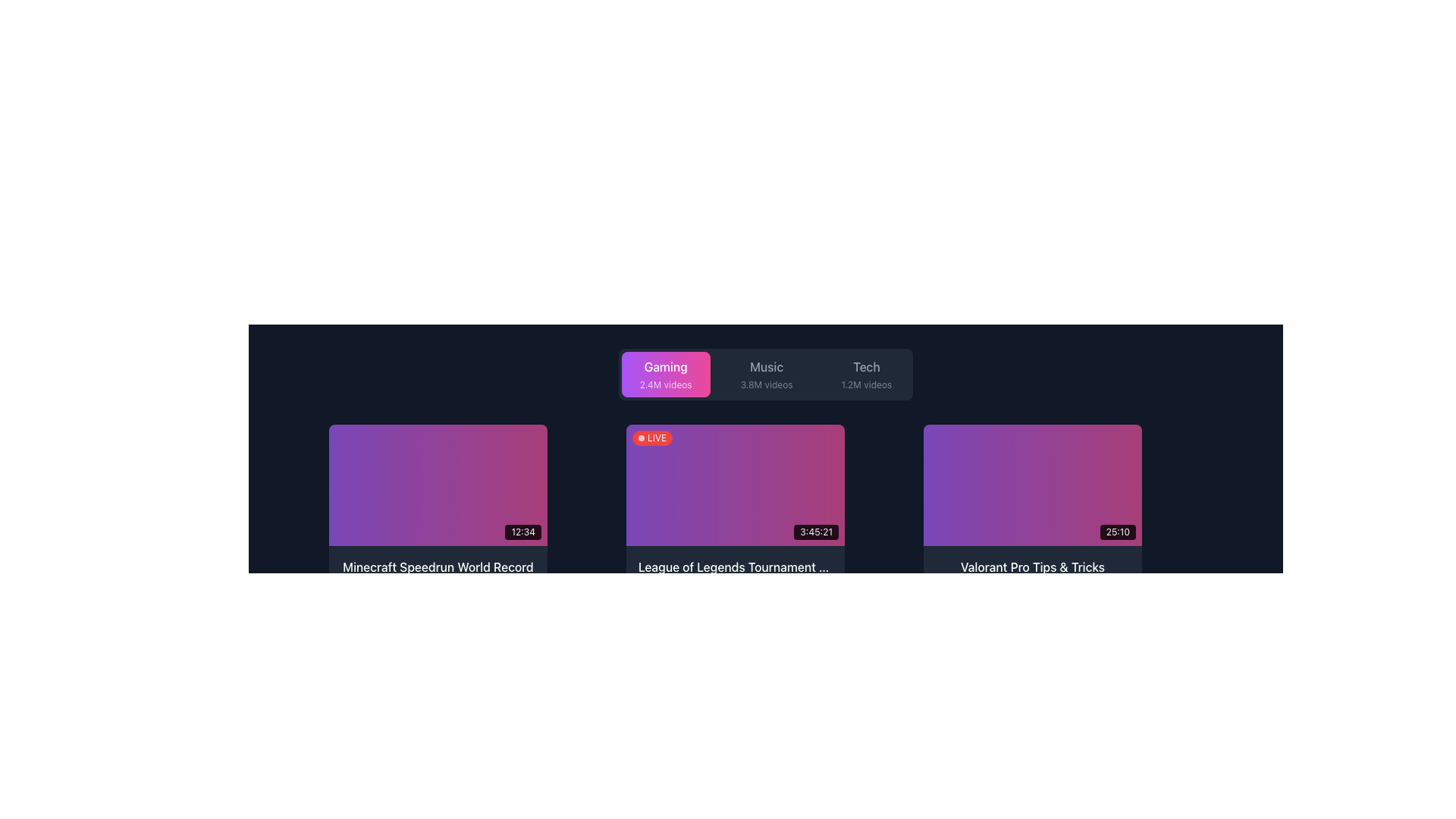 Image resolution: width=1456 pixels, height=819 pixels. I want to click on the text label that serves as the title for the first video thumbnail located at the lower portion of the thumbnail, so click(437, 567).